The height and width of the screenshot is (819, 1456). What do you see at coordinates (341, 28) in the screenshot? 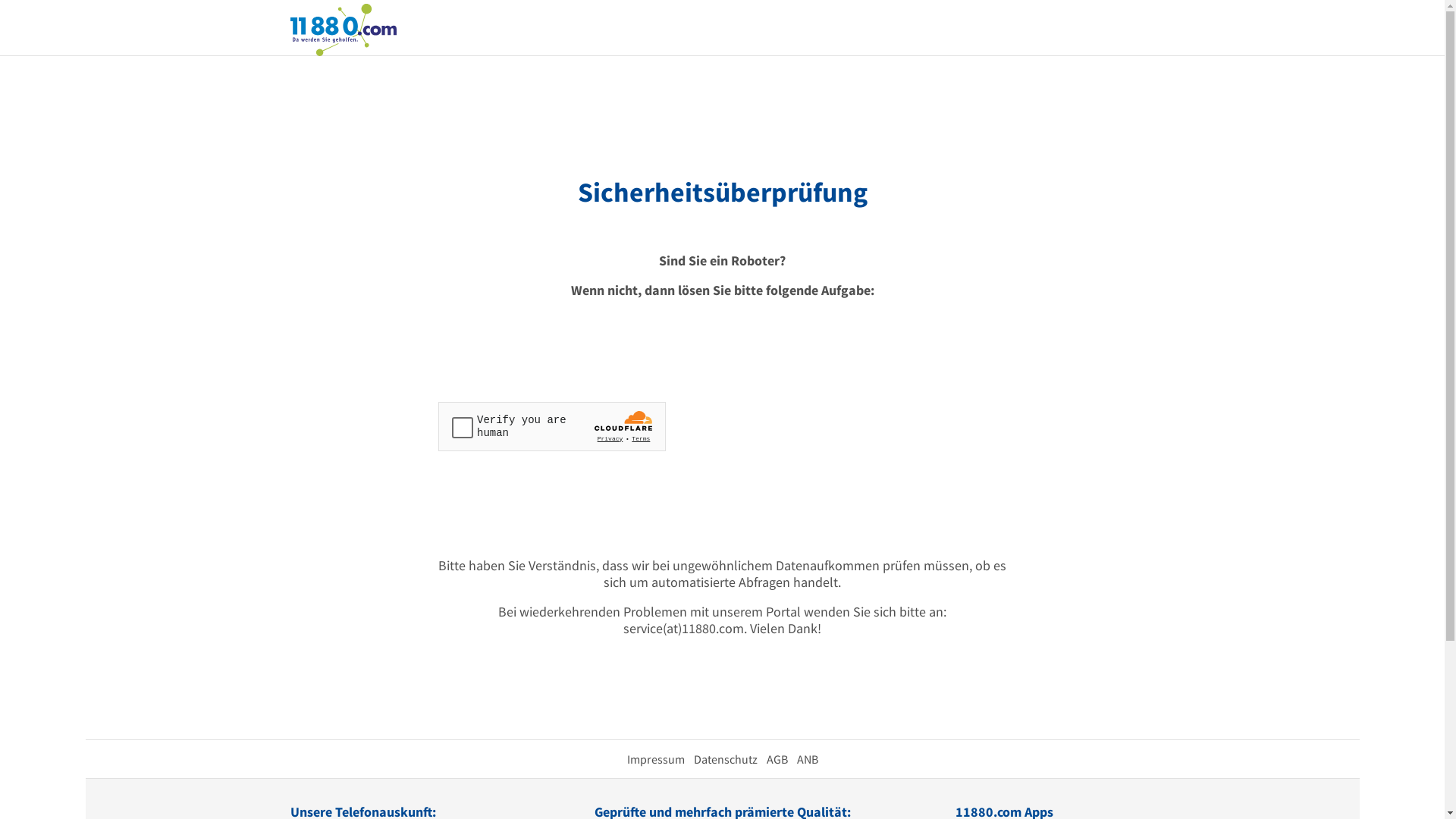
I see `'11880.com'` at bounding box center [341, 28].